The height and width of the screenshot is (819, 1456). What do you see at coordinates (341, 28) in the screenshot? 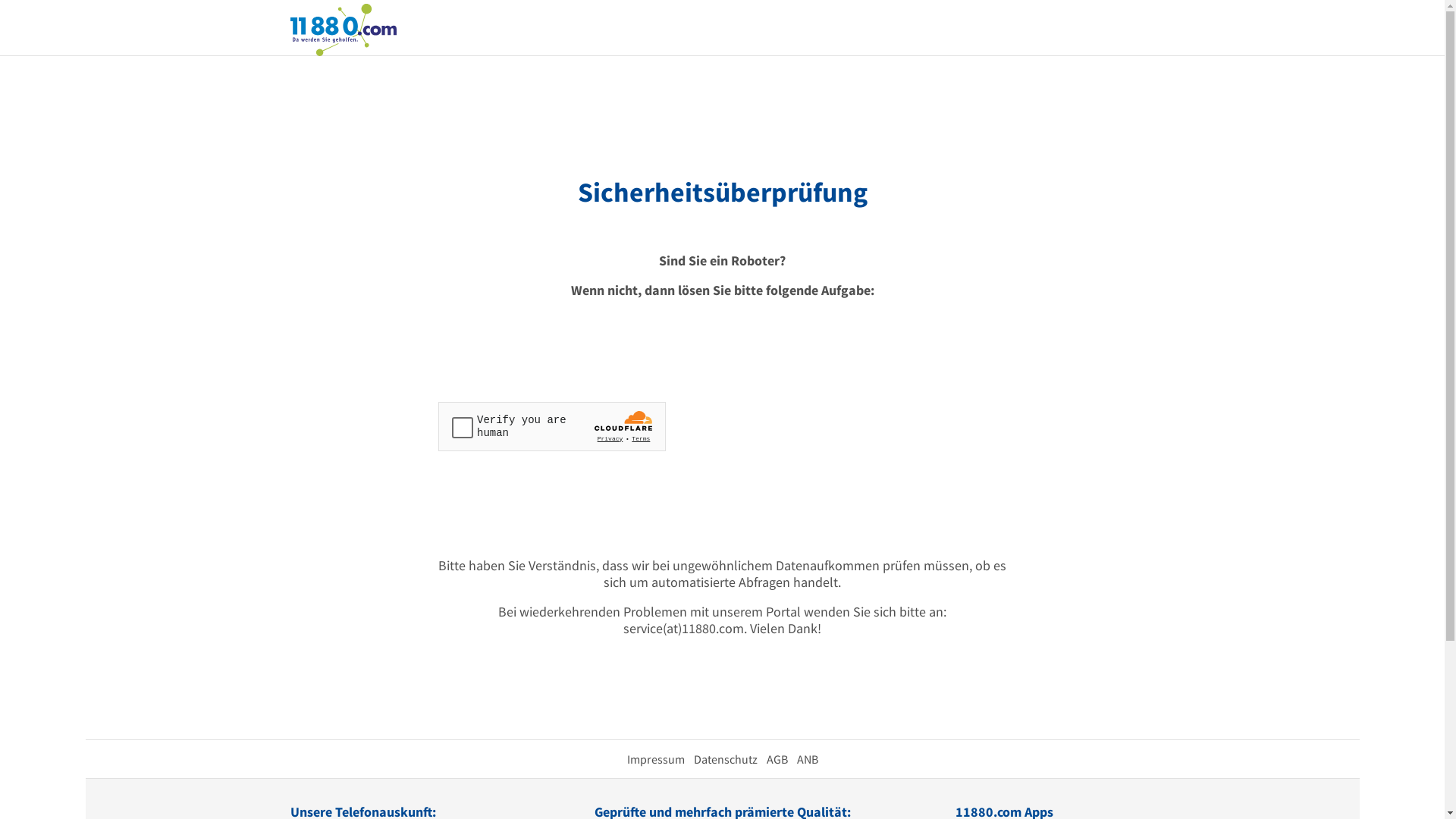
I see `'11880.com'` at bounding box center [341, 28].